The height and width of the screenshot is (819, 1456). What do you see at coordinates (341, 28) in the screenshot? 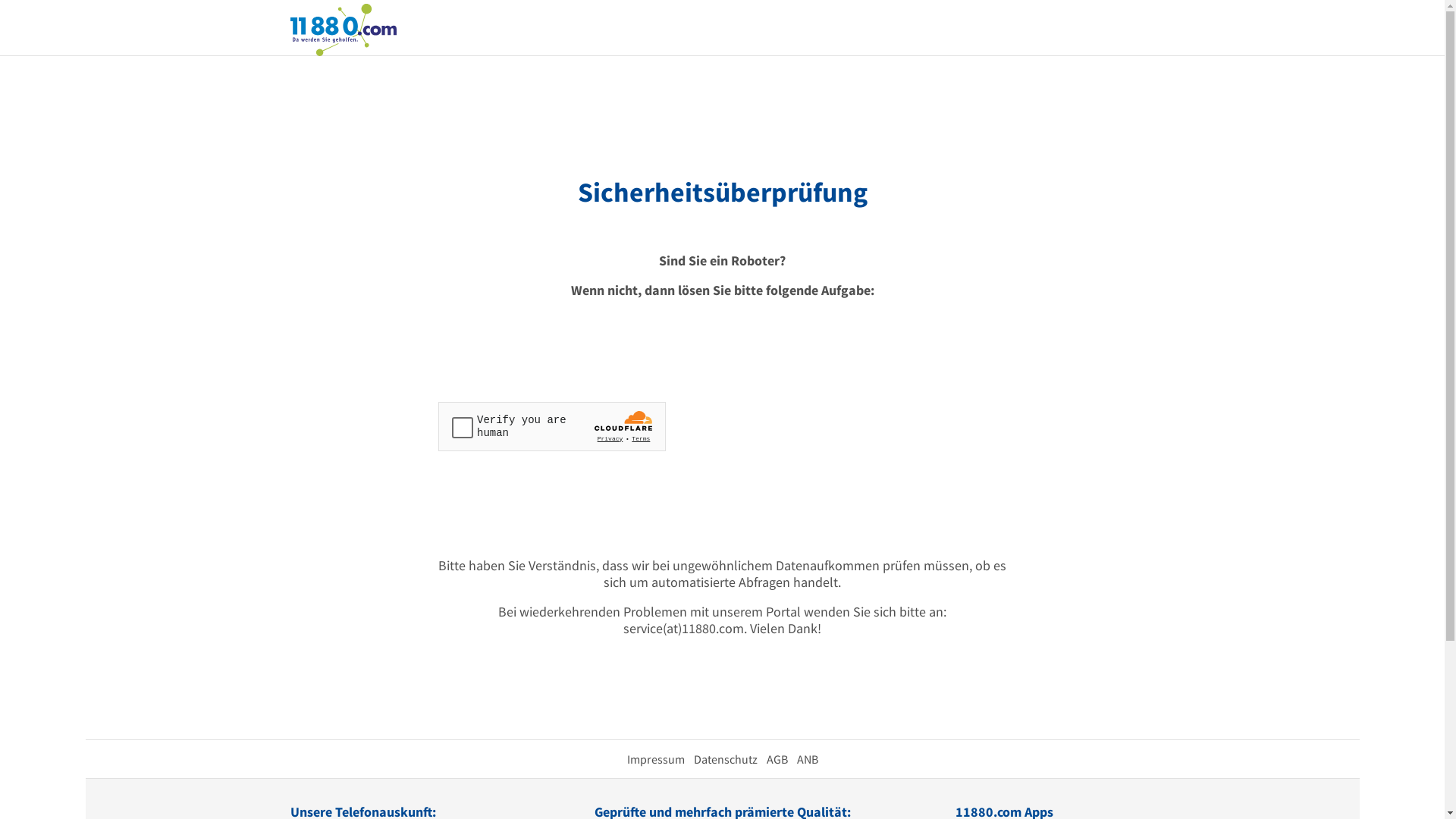
I see `'11880.com'` at bounding box center [341, 28].